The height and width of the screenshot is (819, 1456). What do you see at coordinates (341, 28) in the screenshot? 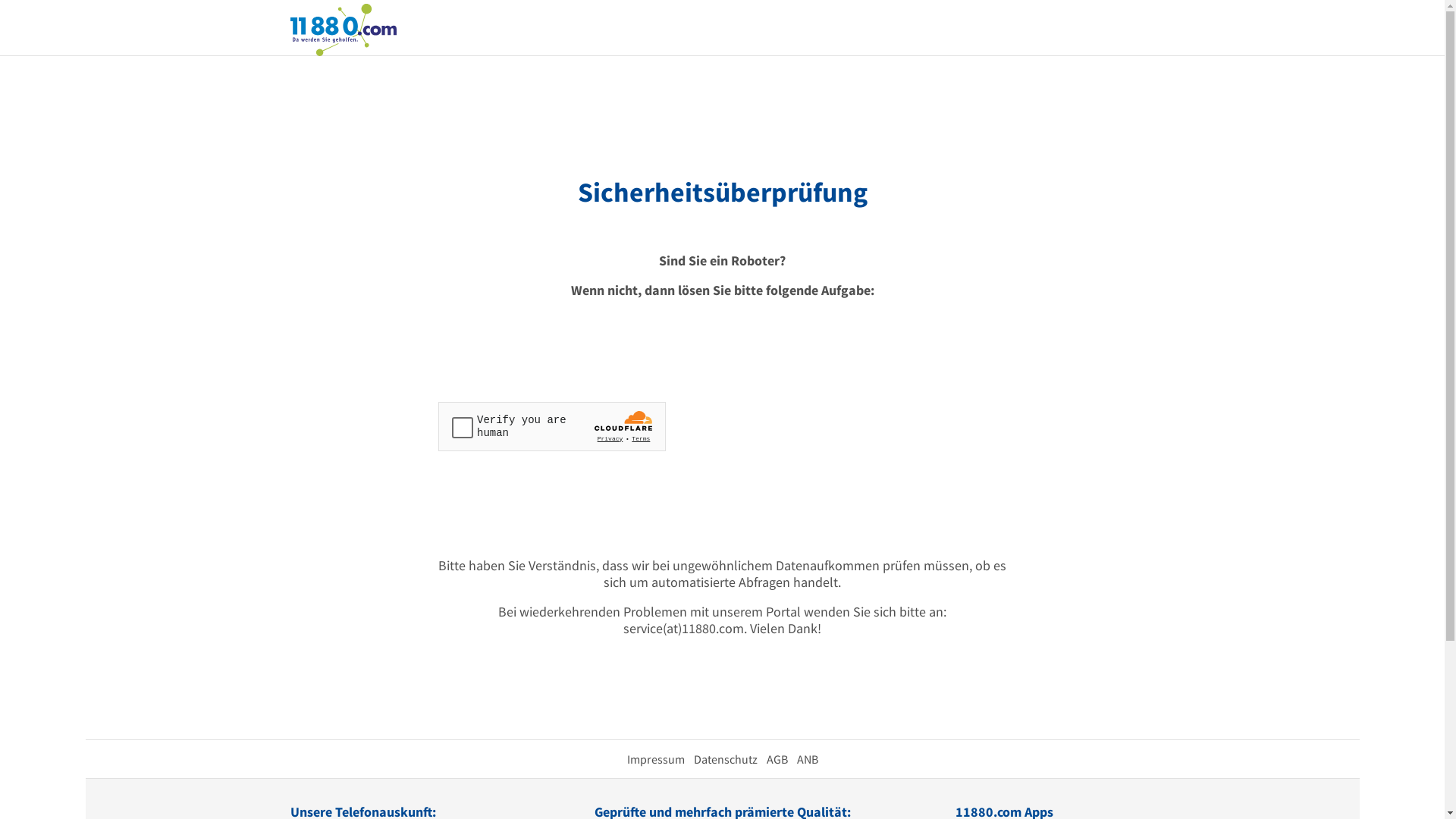
I see `'11880.com'` at bounding box center [341, 28].